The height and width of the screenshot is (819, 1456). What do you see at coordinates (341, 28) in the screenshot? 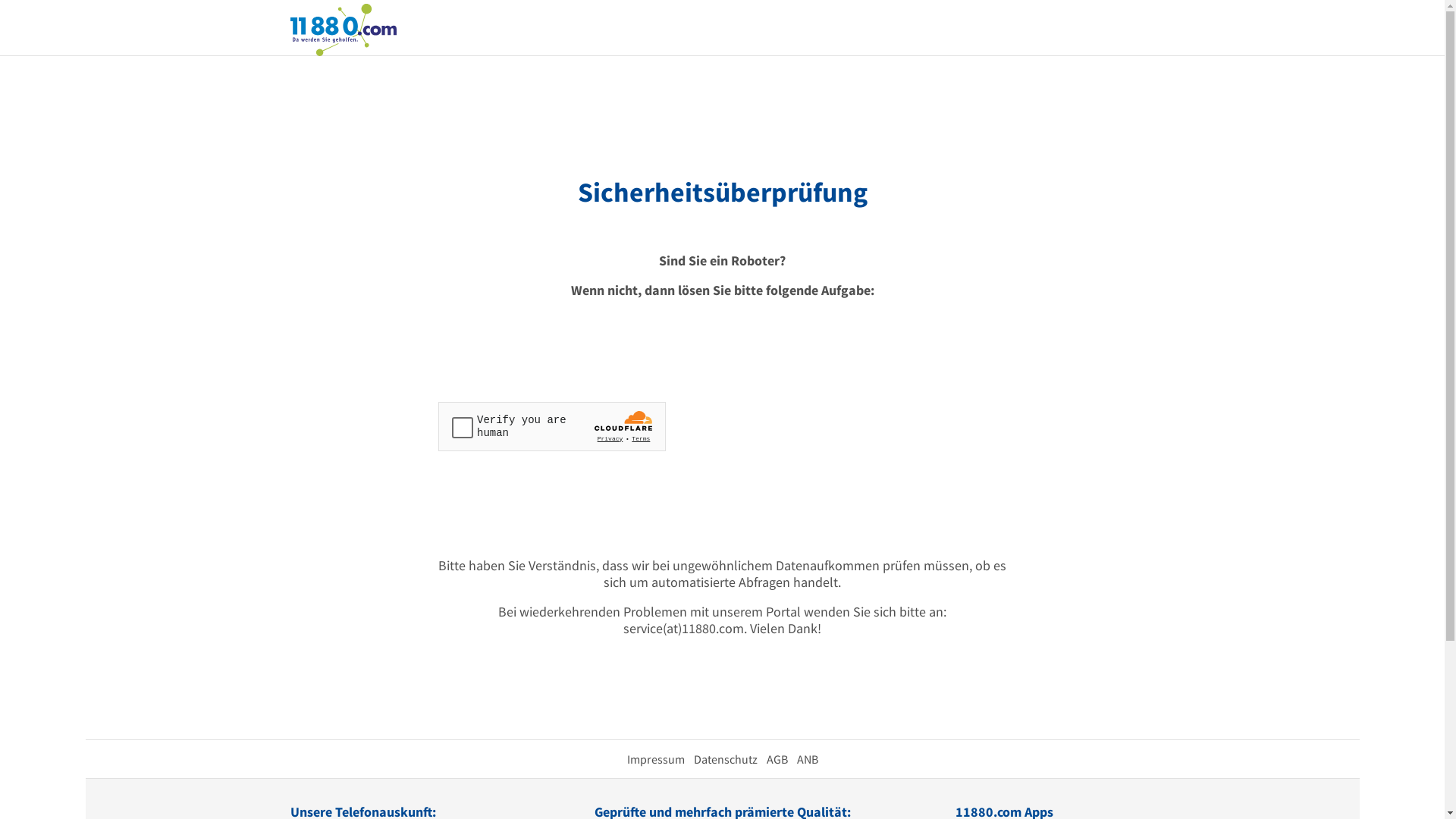
I see `'11880.com'` at bounding box center [341, 28].